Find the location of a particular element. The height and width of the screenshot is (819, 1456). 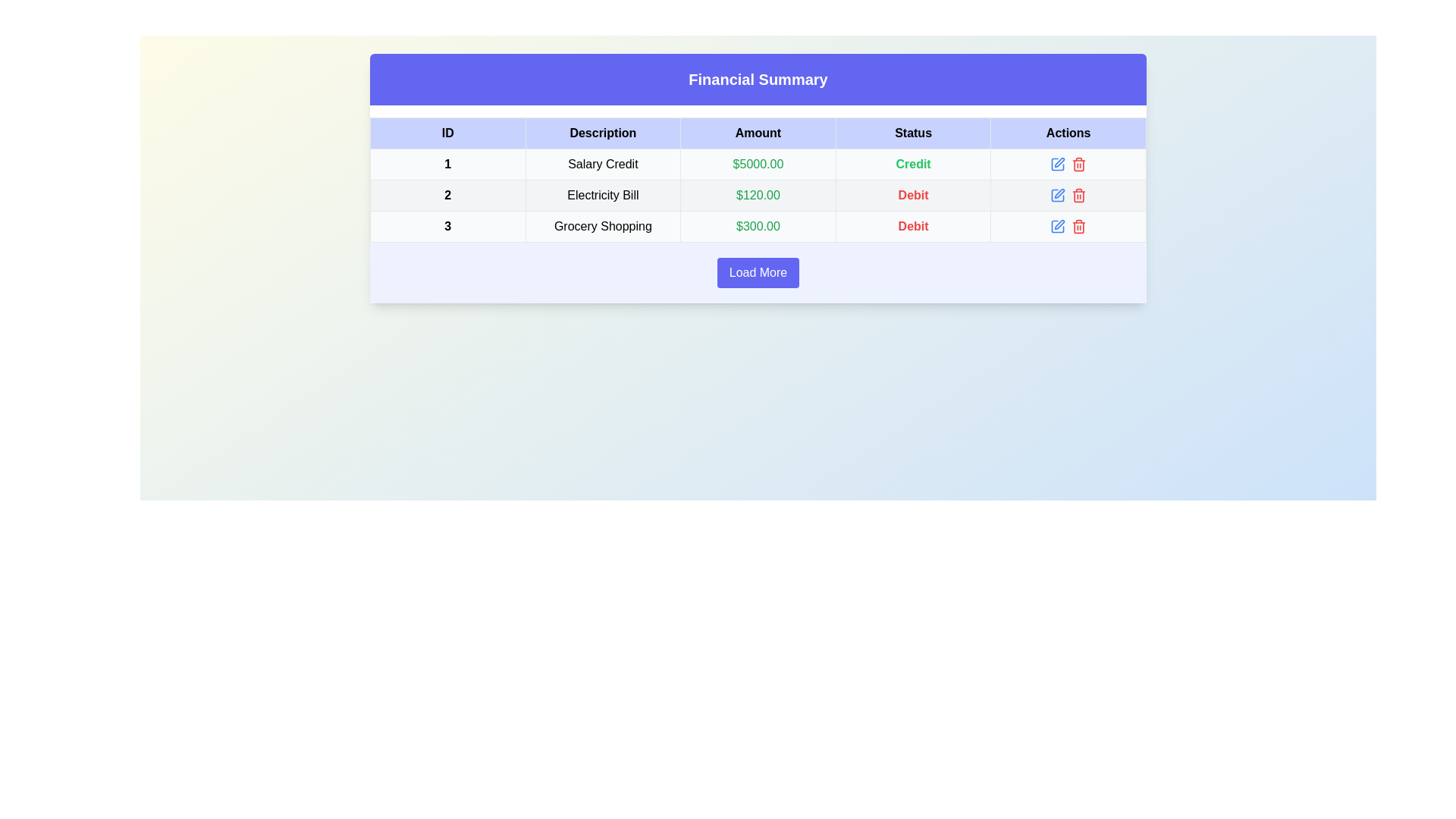

the second row of the table containing the ID '2', Description 'Electricity Bill', Amount '$120.00', and Status 'Debit' is located at coordinates (758, 195).